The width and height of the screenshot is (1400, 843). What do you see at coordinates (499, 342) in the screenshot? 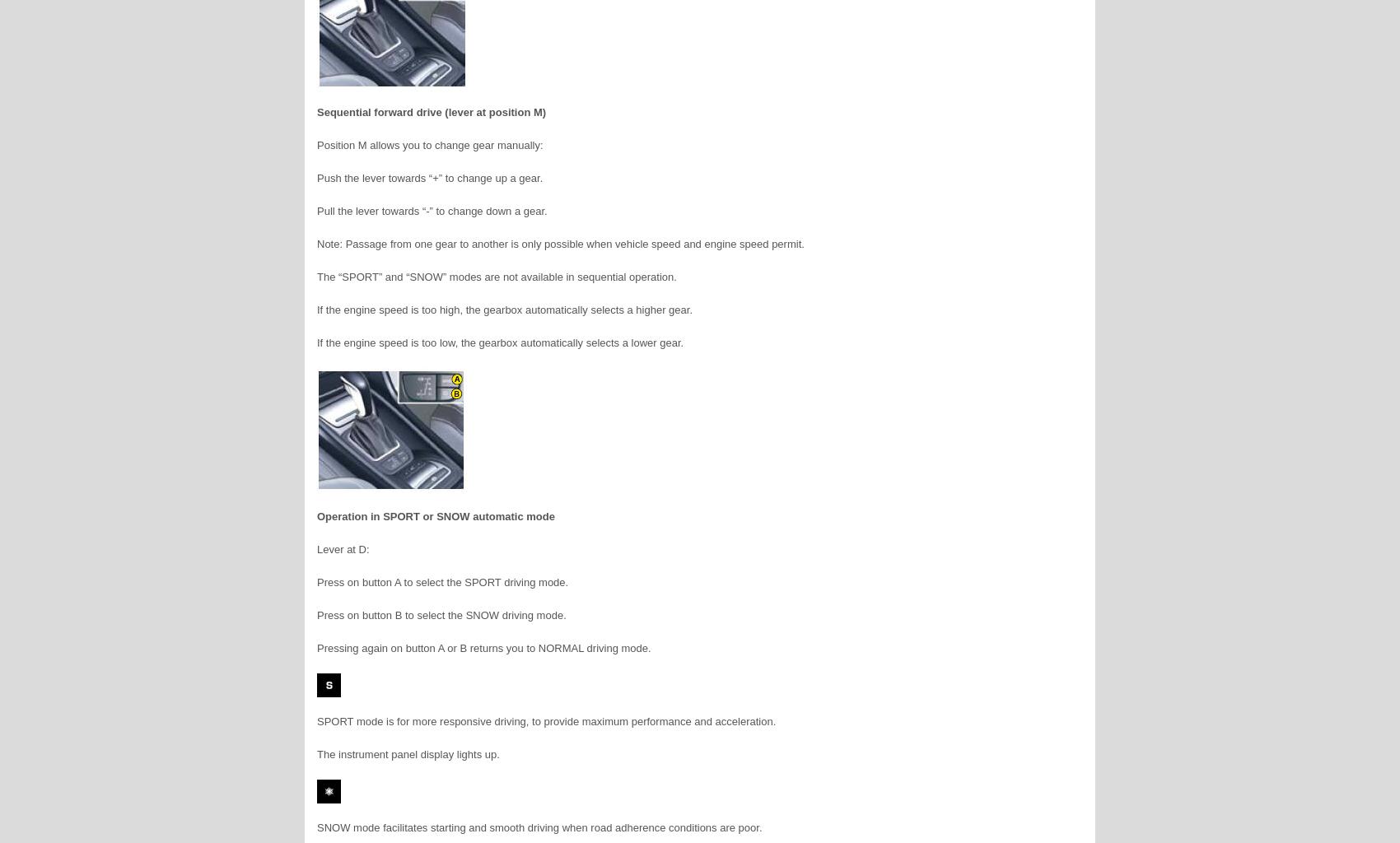
I see `'If the engine speed is too low, the gearbox automatically selects a lower gear.'` at bounding box center [499, 342].